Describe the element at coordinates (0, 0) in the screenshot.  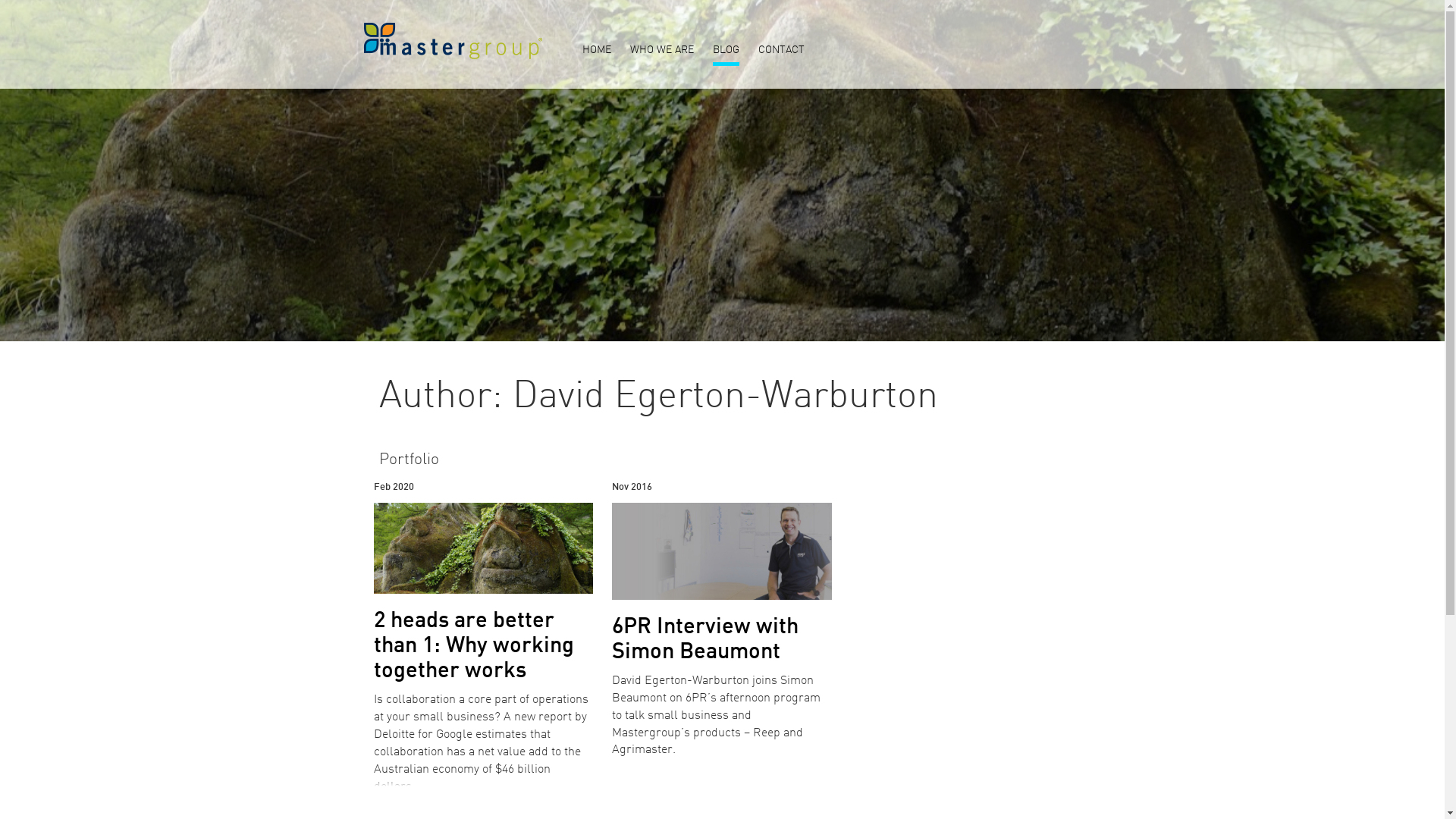
I see `'Skip to content'` at that location.